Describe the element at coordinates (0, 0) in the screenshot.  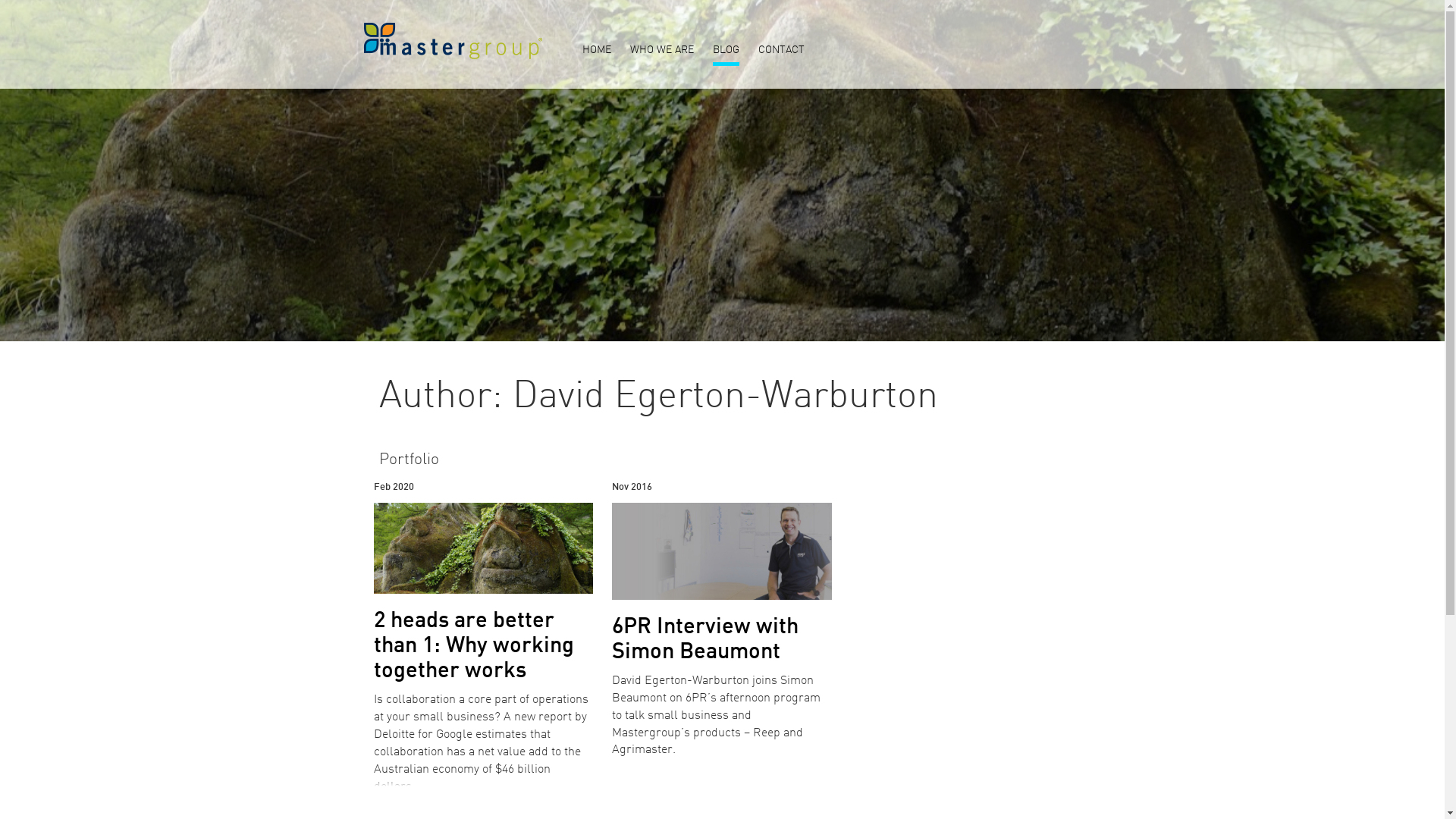
I see `'Skip to content'` at that location.